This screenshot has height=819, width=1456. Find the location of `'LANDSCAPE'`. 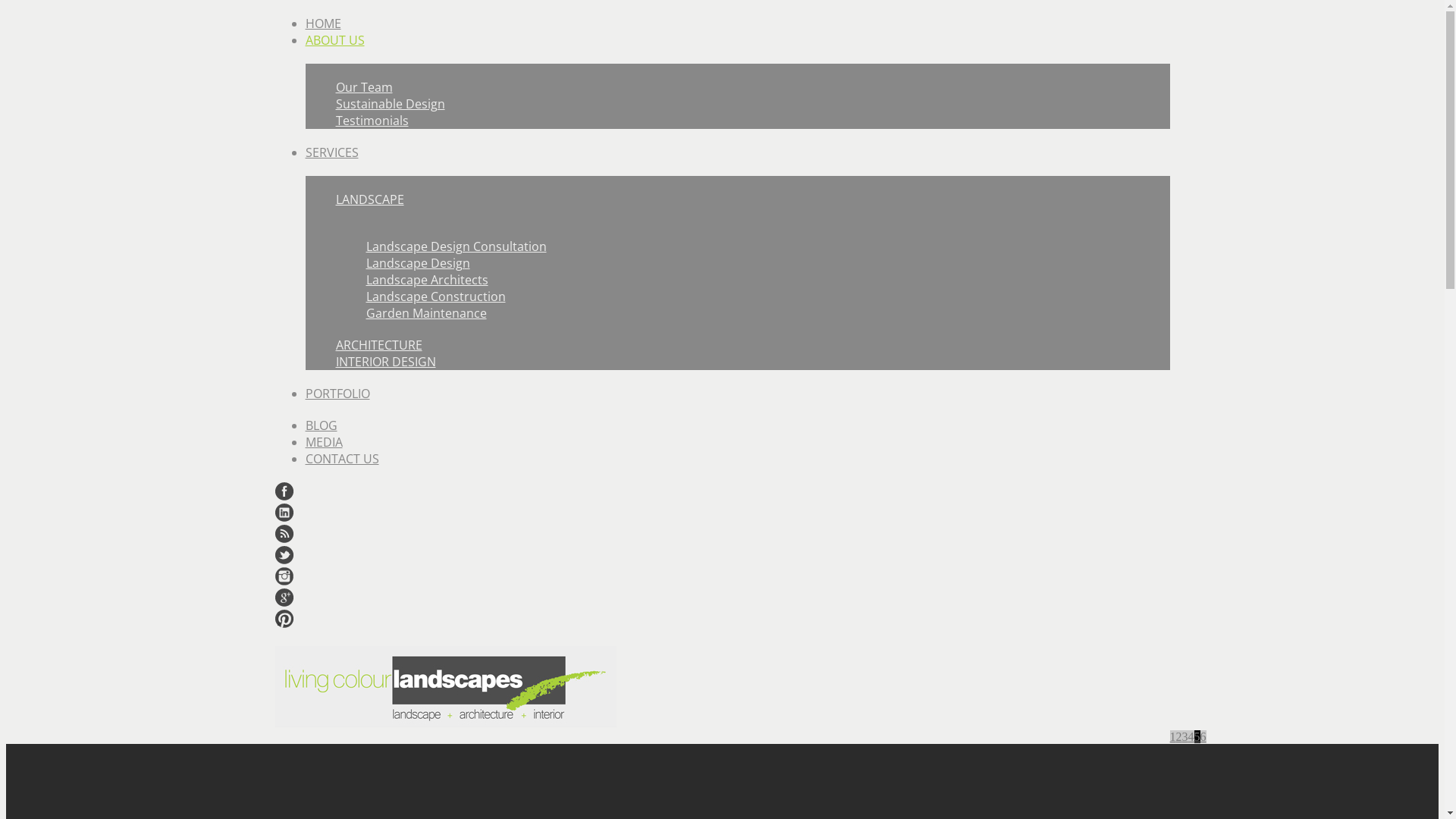

'LANDSCAPE' is located at coordinates (369, 198).